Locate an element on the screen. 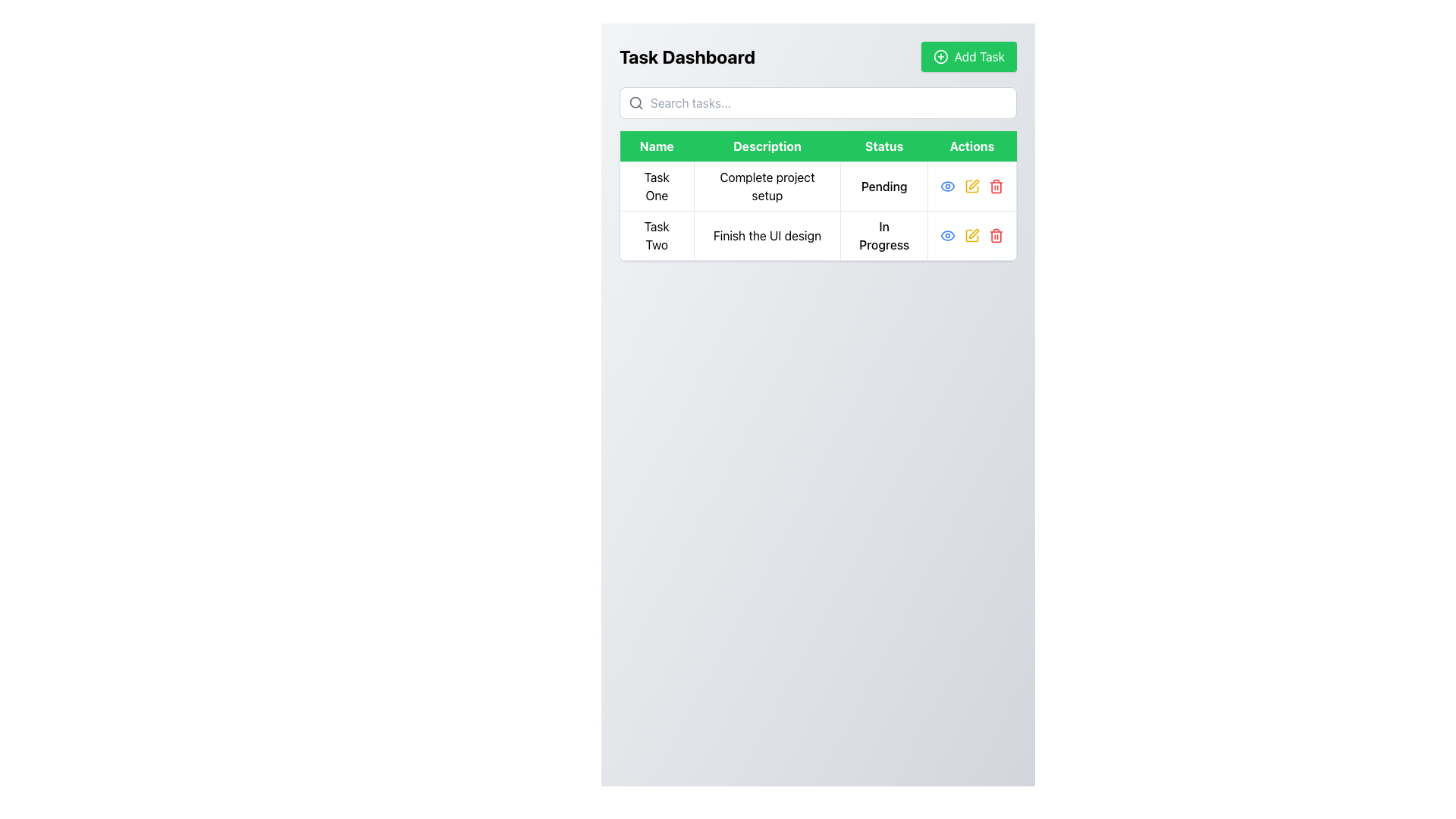 This screenshot has height=819, width=1456. text from the 'Task Dashboard' label, which is a large, bold header displayed in black on a light background is located at coordinates (686, 55).